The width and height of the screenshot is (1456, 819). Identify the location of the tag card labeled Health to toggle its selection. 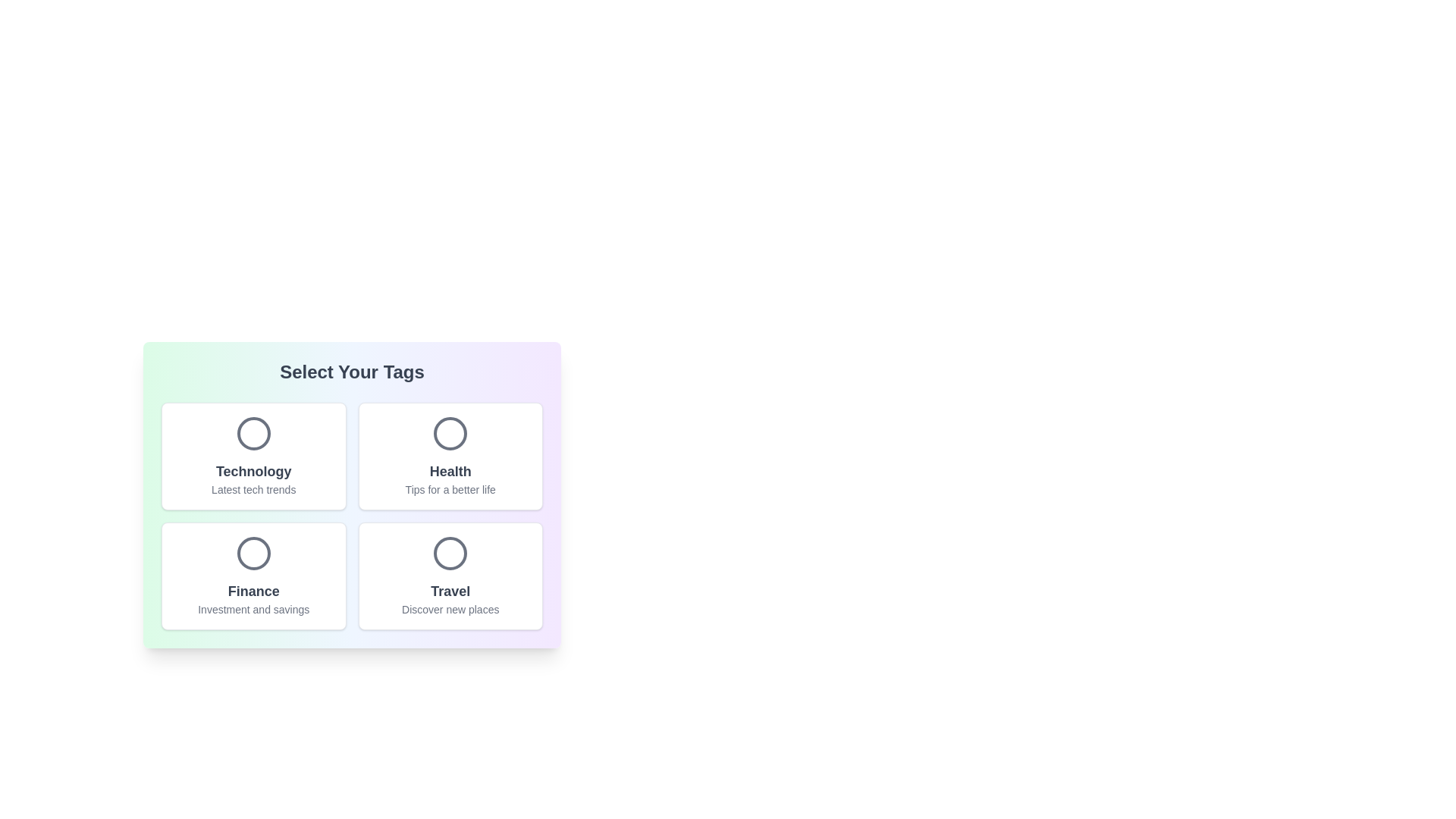
(450, 455).